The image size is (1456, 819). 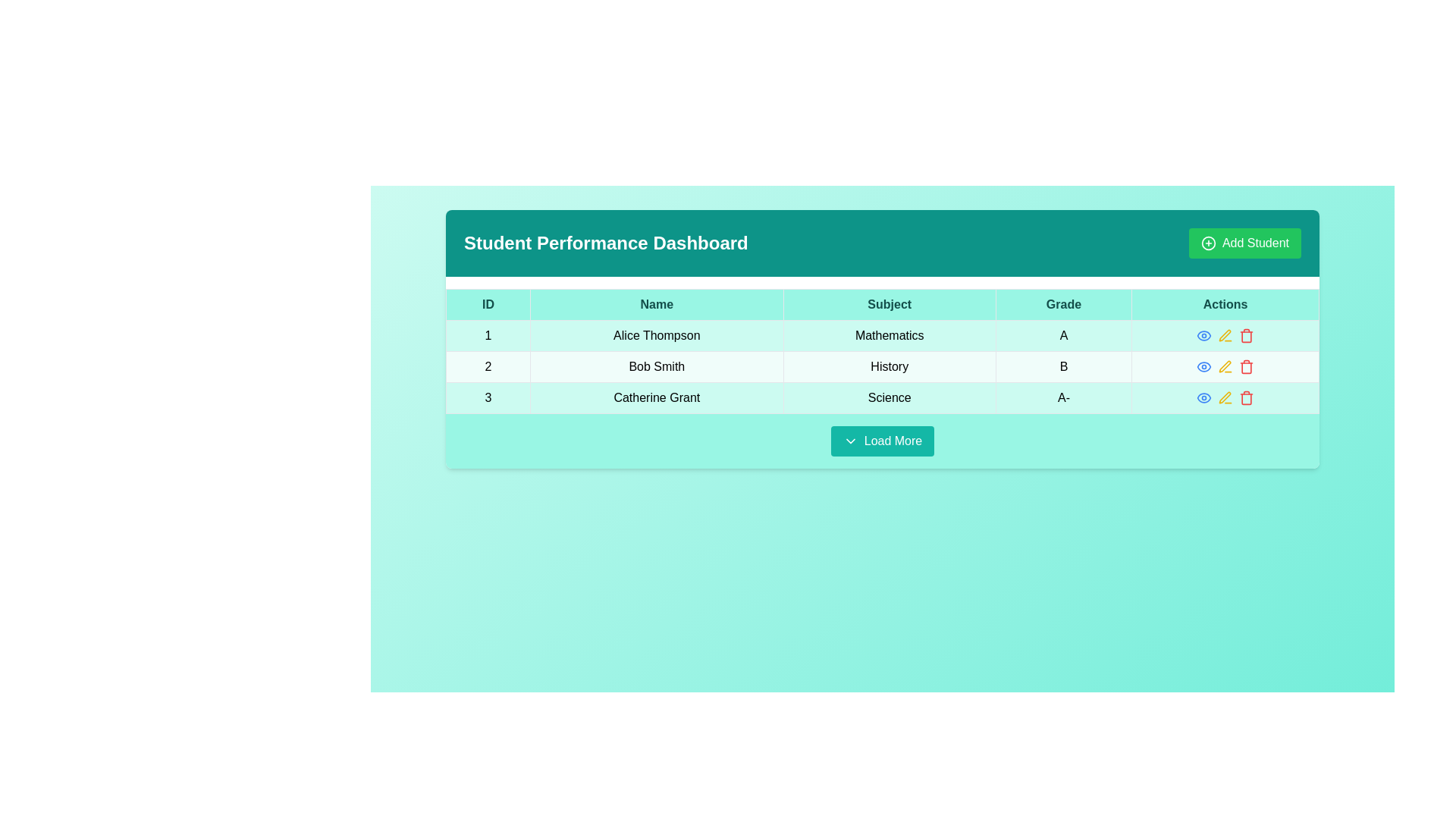 What do you see at coordinates (1247, 366) in the screenshot?
I see `the red trash can icon in the 'Actions' column for 'Bob Smith'` at bounding box center [1247, 366].